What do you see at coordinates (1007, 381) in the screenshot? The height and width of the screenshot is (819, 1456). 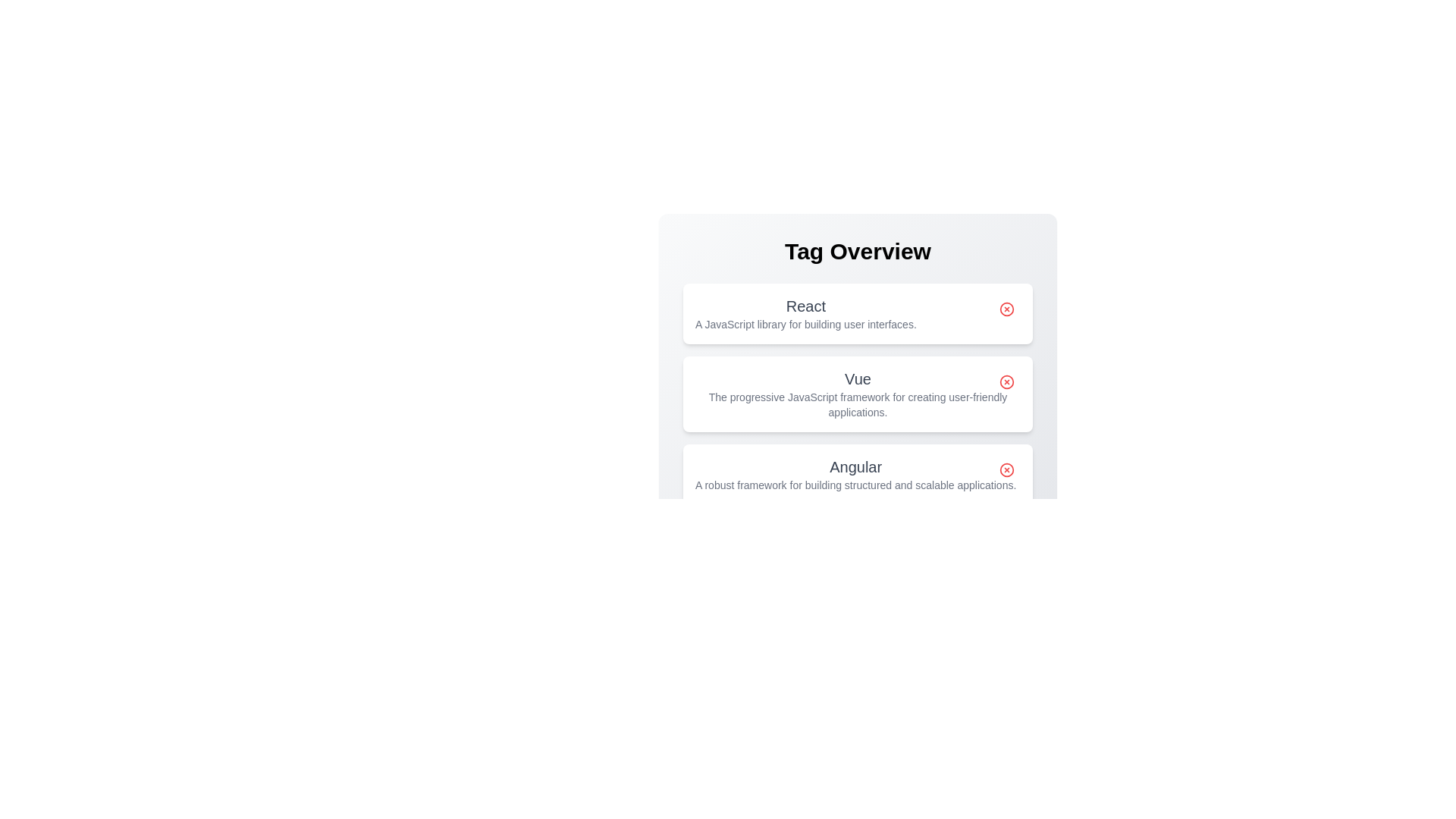 I see `close button on the tag labeled Vue` at bounding box center [1007, 381].